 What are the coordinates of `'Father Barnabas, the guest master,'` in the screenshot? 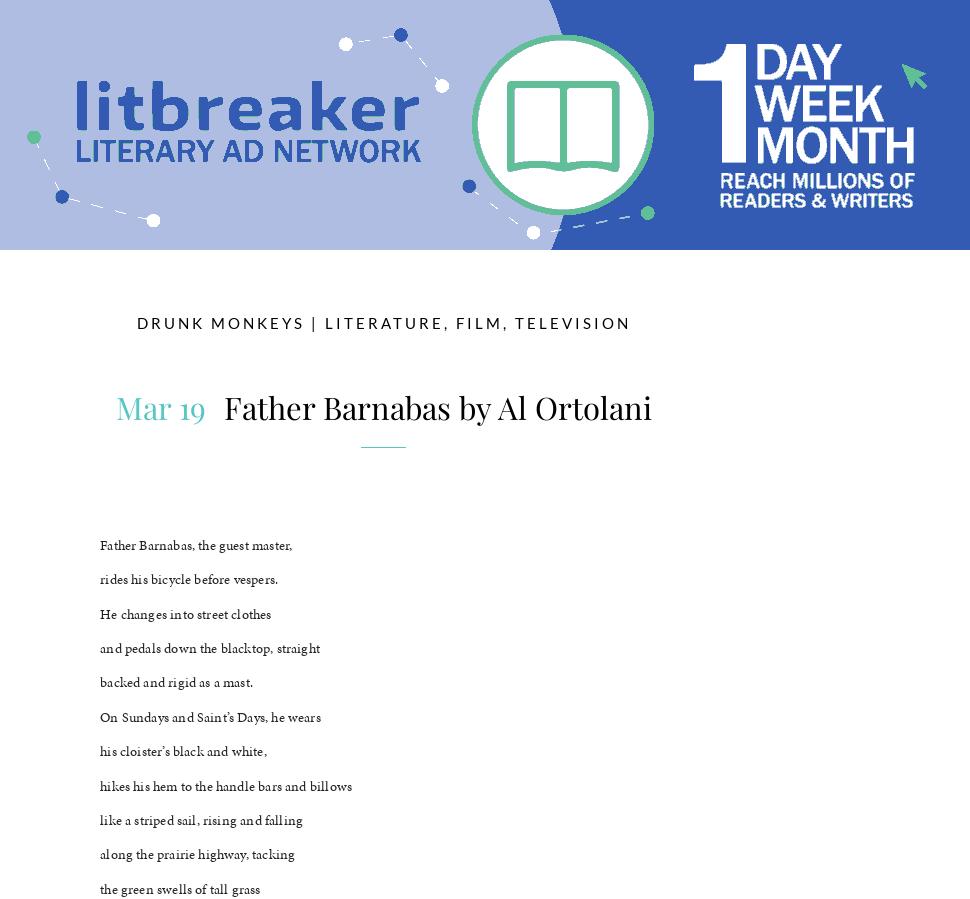 It's located at (196, 544).